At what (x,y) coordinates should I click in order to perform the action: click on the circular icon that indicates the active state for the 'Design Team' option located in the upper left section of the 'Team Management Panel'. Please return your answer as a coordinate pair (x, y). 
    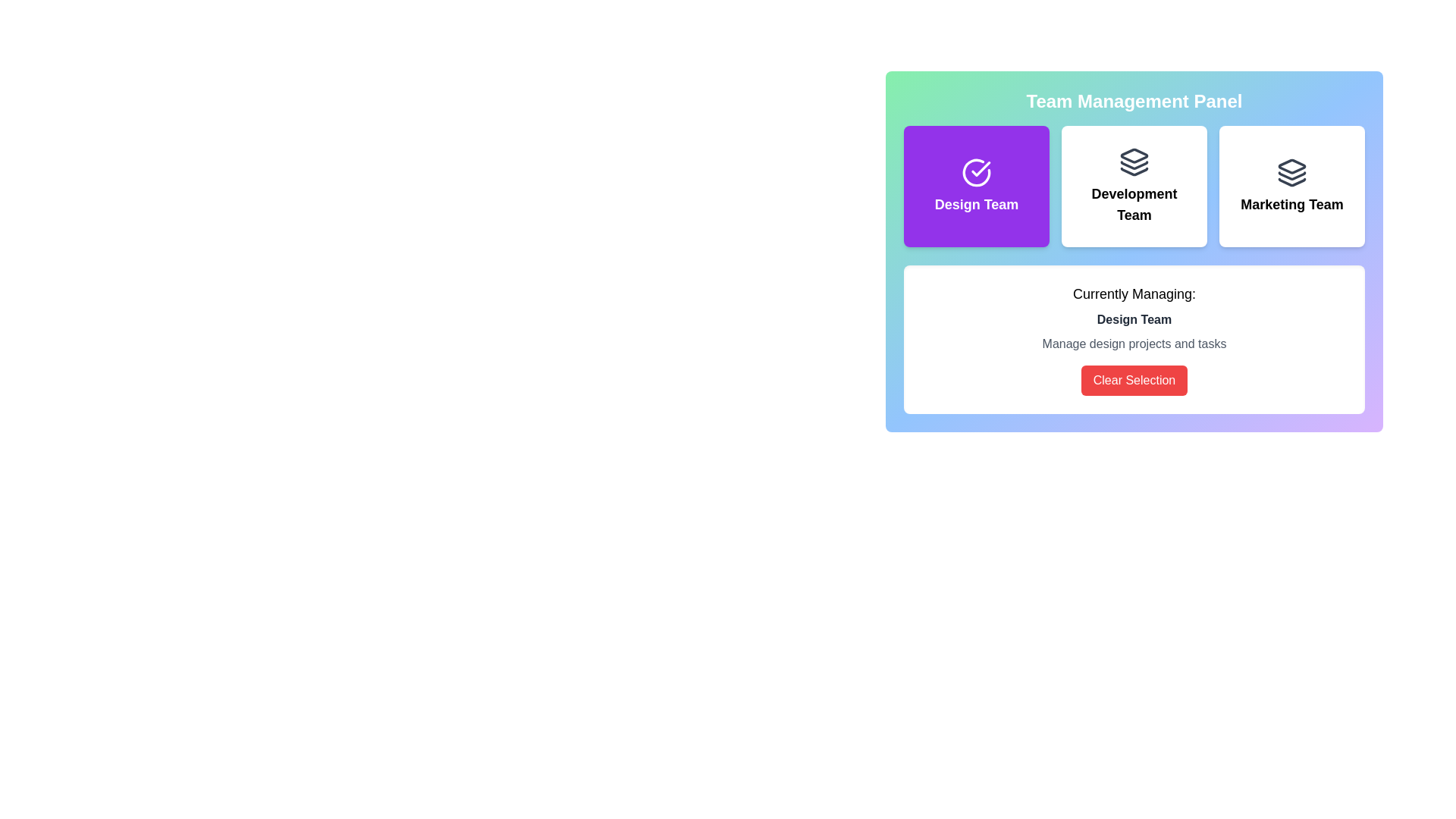
    Looking at the image, I should click on (976, 171).